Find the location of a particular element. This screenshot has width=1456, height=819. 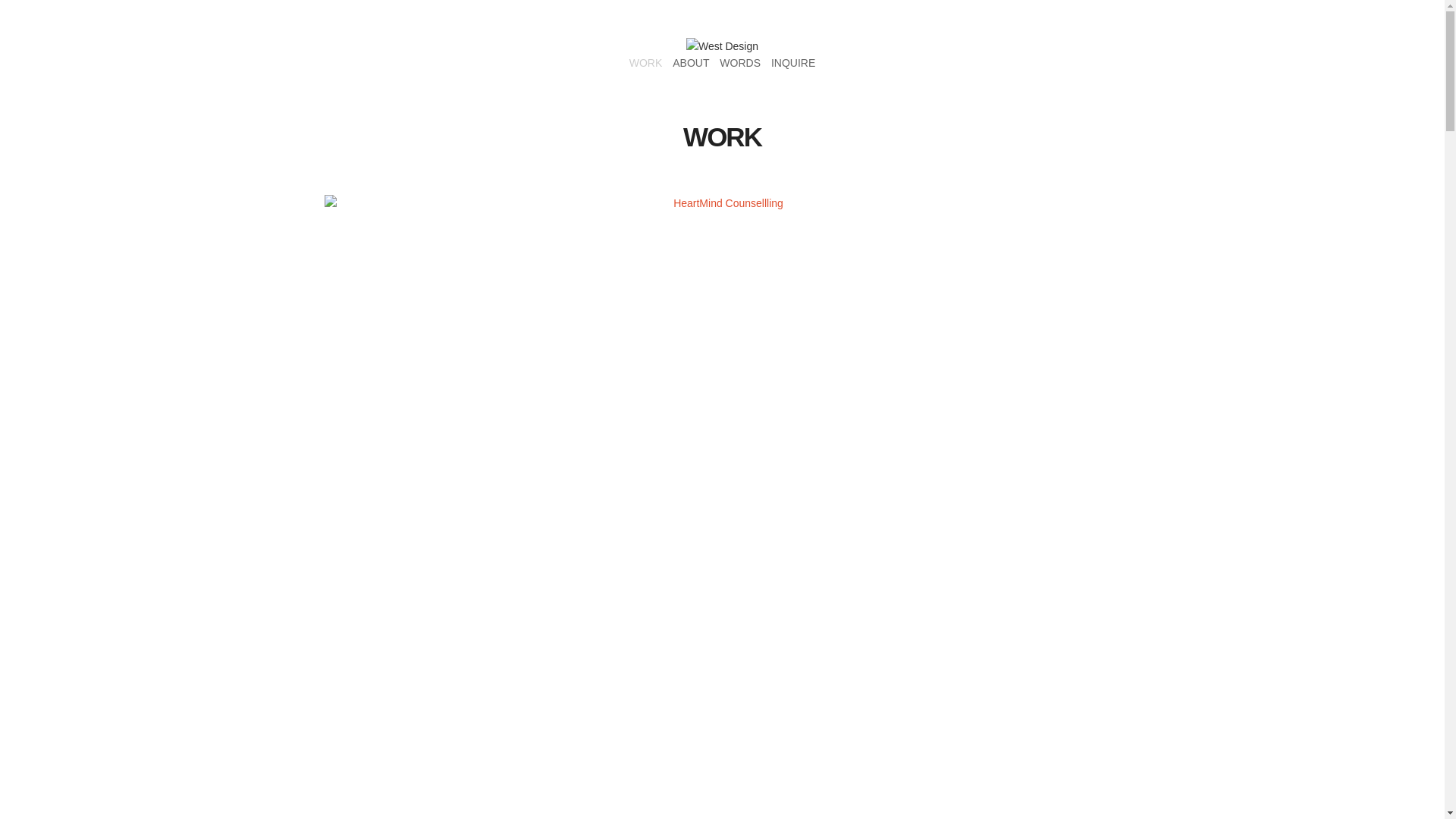

'WORDS' is located at coordinates (739, 62).